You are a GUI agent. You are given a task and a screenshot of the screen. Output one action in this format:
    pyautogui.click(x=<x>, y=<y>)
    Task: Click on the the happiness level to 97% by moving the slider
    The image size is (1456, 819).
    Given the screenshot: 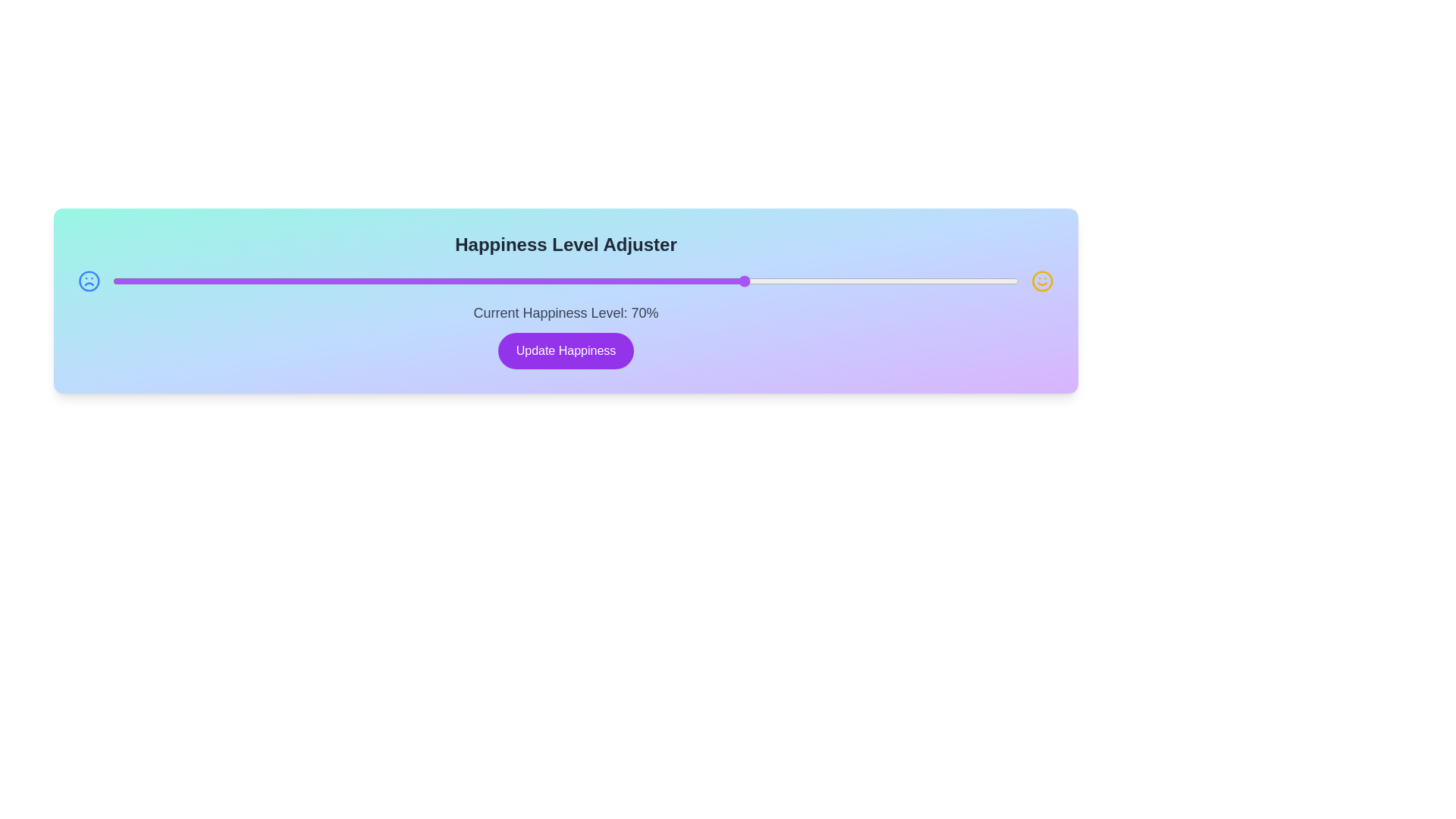 What is the action you would take?
    pyautogui.click(x=992, y=281)
    